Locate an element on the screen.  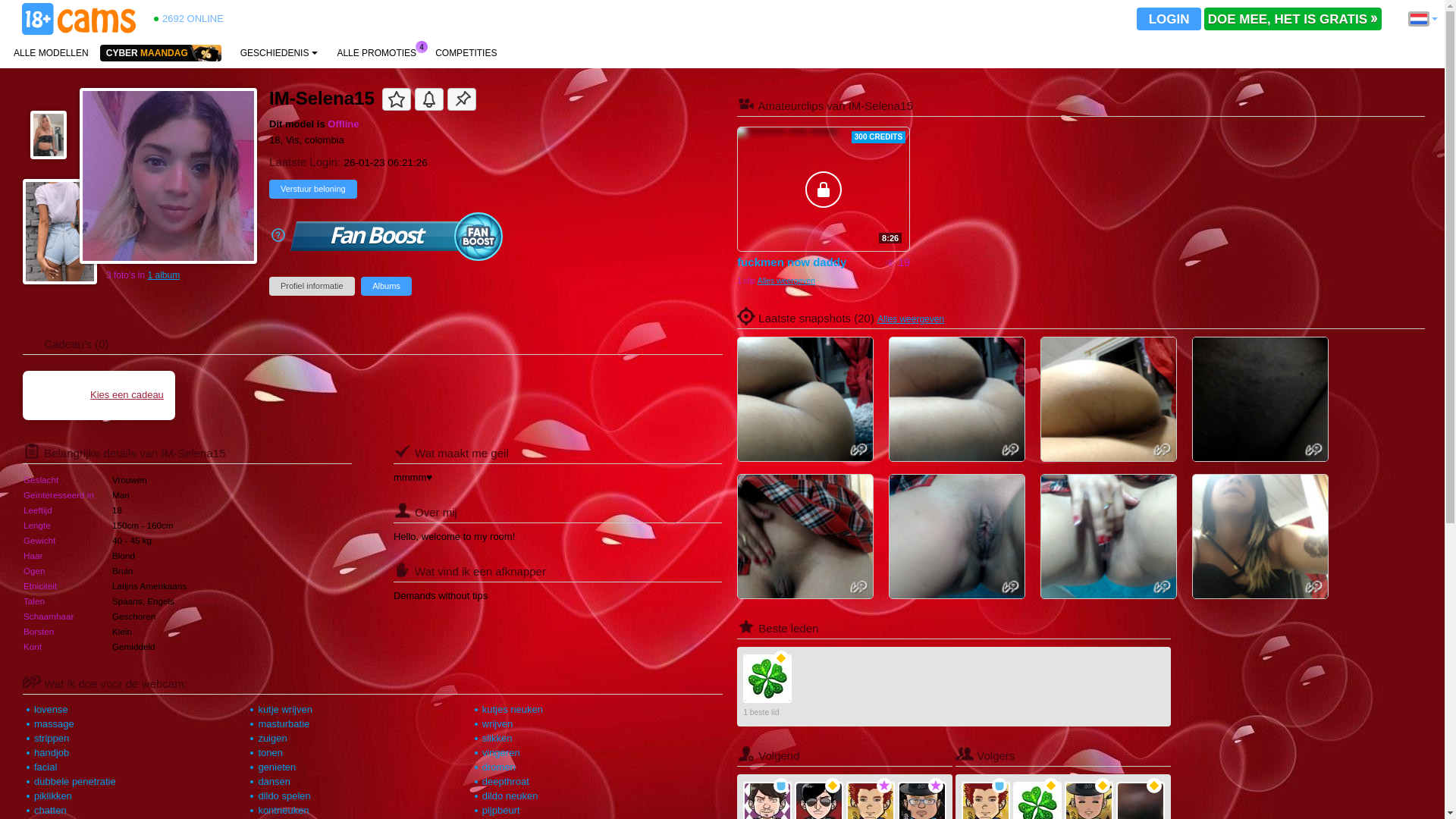
'dildo spelen' is located at coordinates (284, 795).